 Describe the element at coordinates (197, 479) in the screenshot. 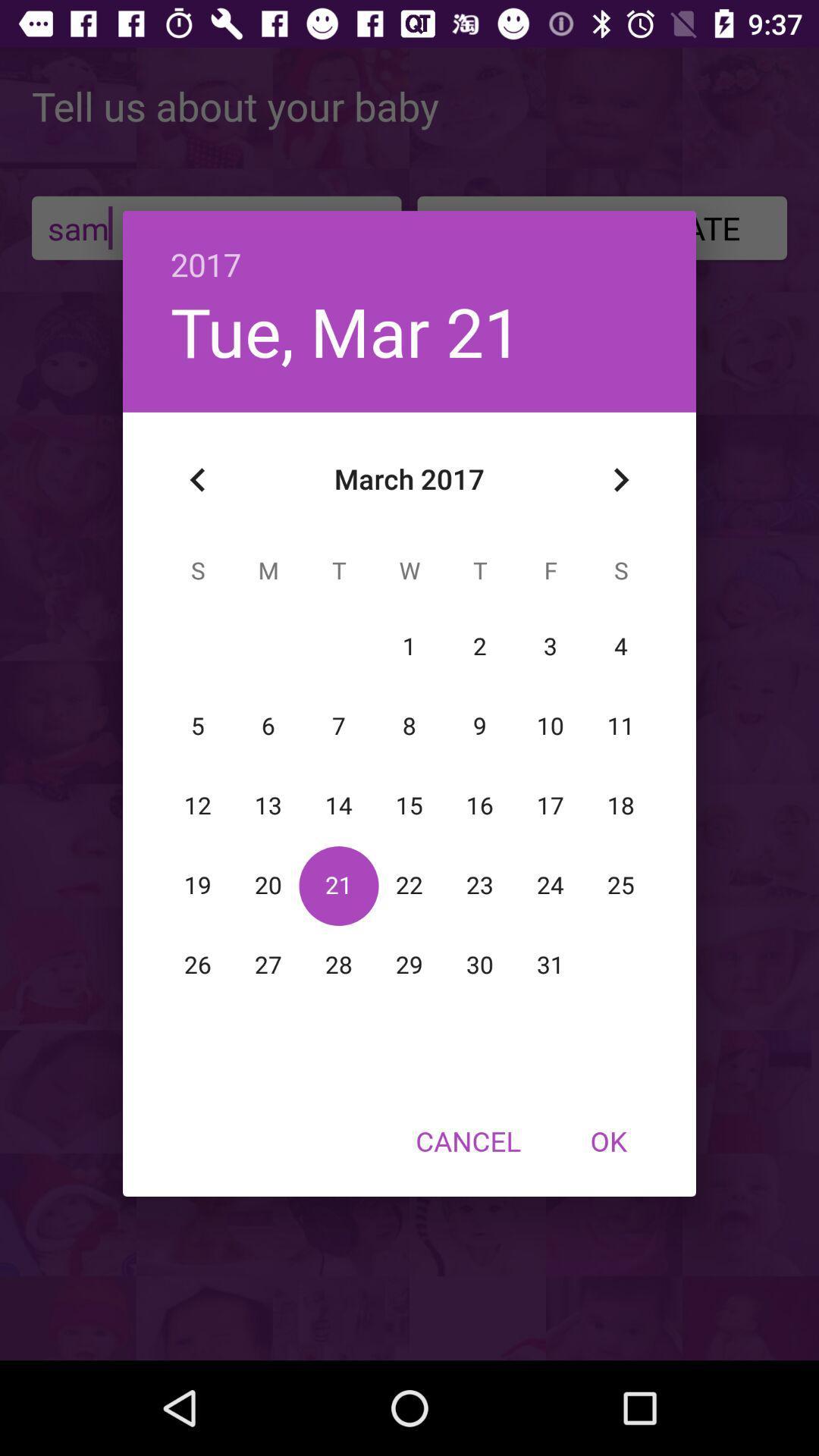

I see `the icon below tue, mar 21 icon` at that location.